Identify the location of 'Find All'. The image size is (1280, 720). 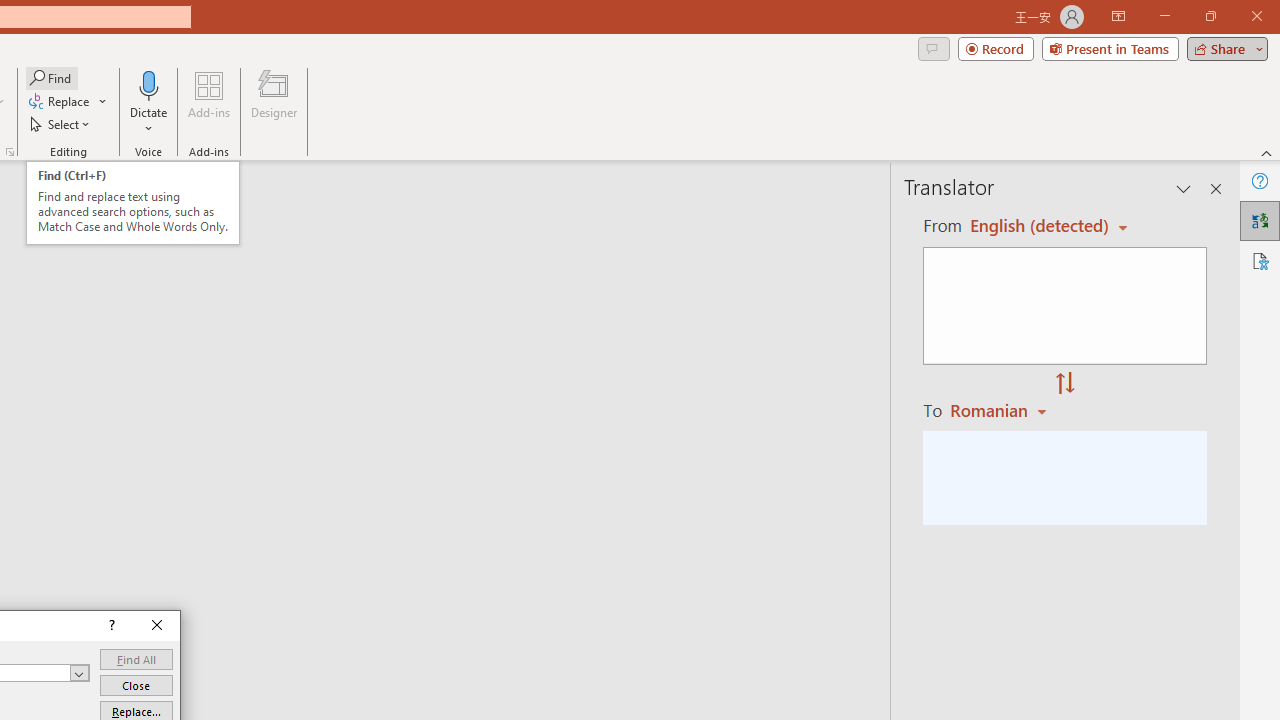
(135, 659).